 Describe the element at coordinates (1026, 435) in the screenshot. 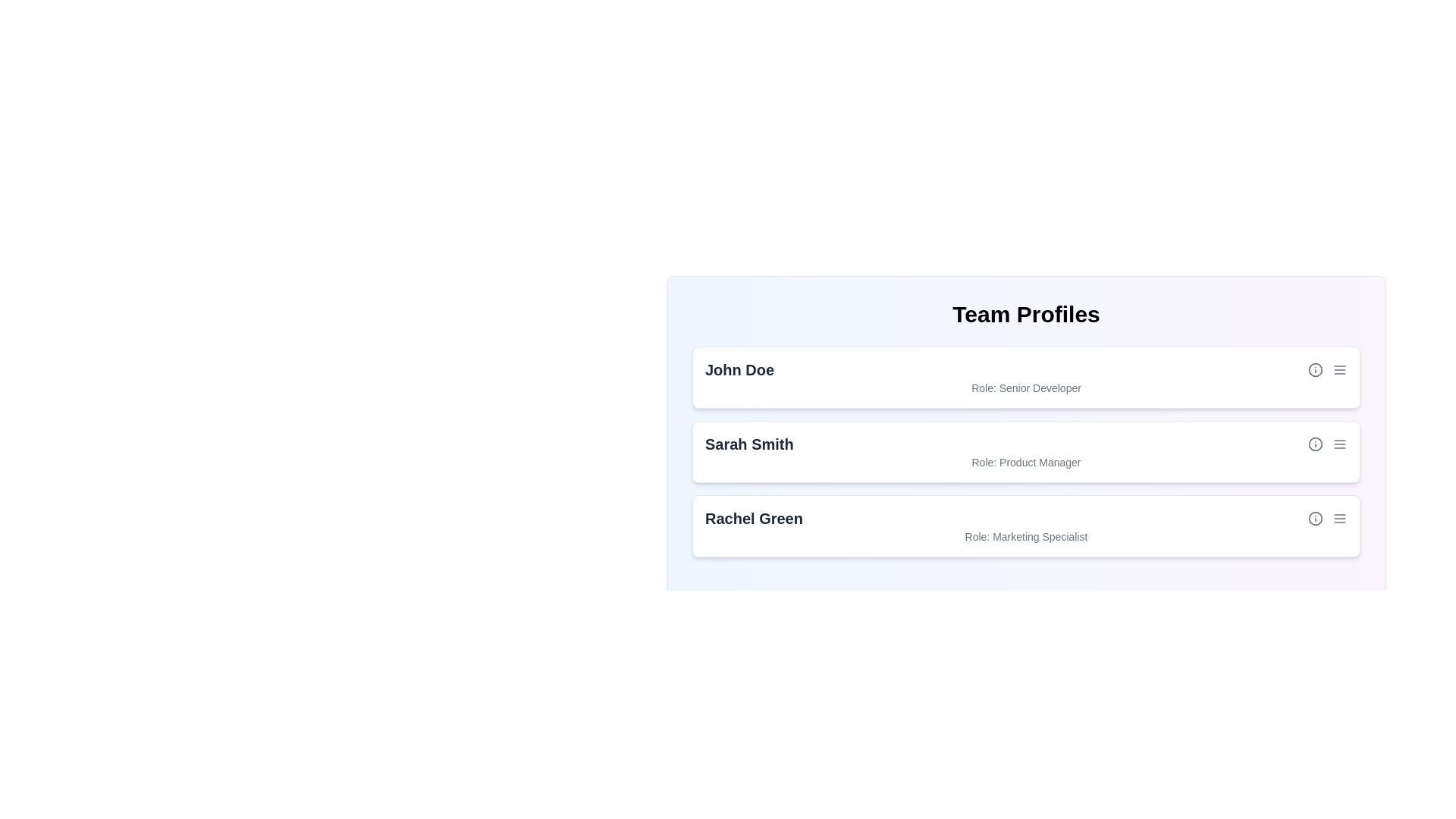

I see `the informational card displaying 'Sarah Smith' and 'Role: Product Manager', which is the second card in a vertically aligned list of three cards` at that location.